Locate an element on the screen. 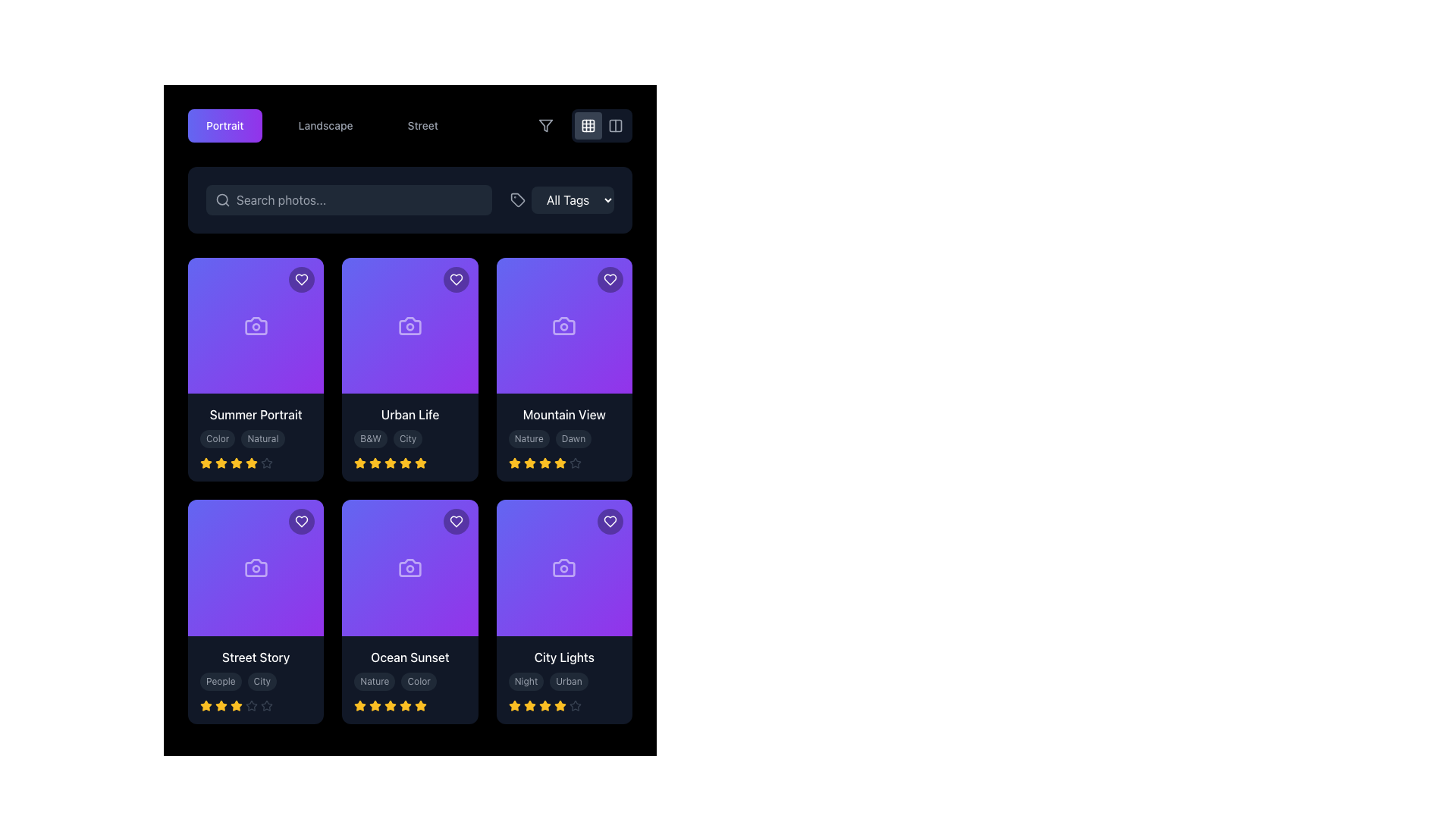 The image size is (1456, 819). the 'Nature' badge, which is a small rounded rectangular label with light gray text on a dark gray background, located at the bottom of the 'Mountain View' card, adjacent to the 'Dawn' badge is located at coordinates (529, 439).